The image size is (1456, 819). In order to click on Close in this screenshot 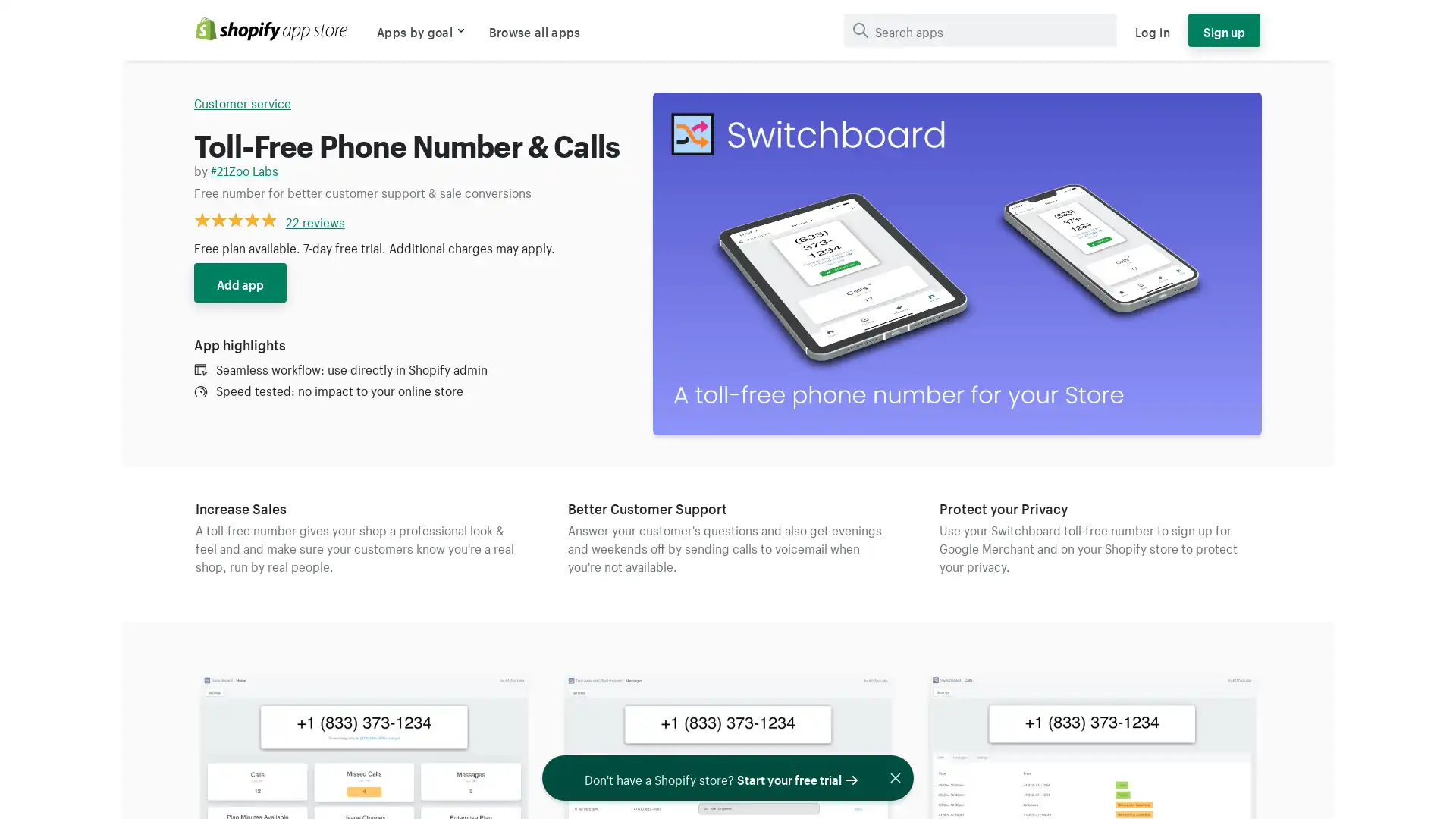, I will do `click(901, 778)`.